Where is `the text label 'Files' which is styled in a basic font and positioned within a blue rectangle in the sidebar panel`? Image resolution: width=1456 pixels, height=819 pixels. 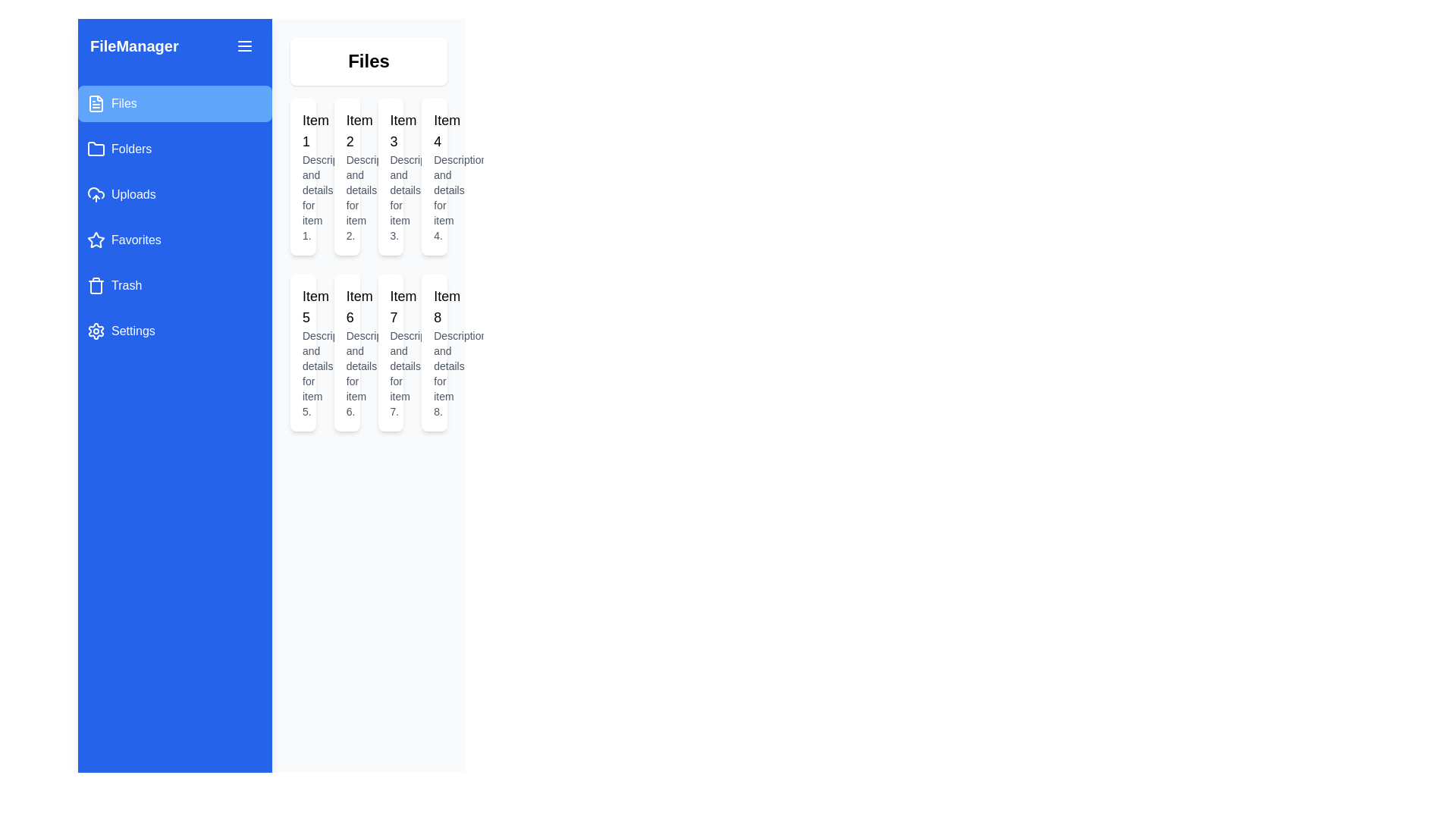
the text label 'Files' which is styled in a basic font and positioned within a blue rectangle in the sidebar panel is located at coordinates (124, 103).